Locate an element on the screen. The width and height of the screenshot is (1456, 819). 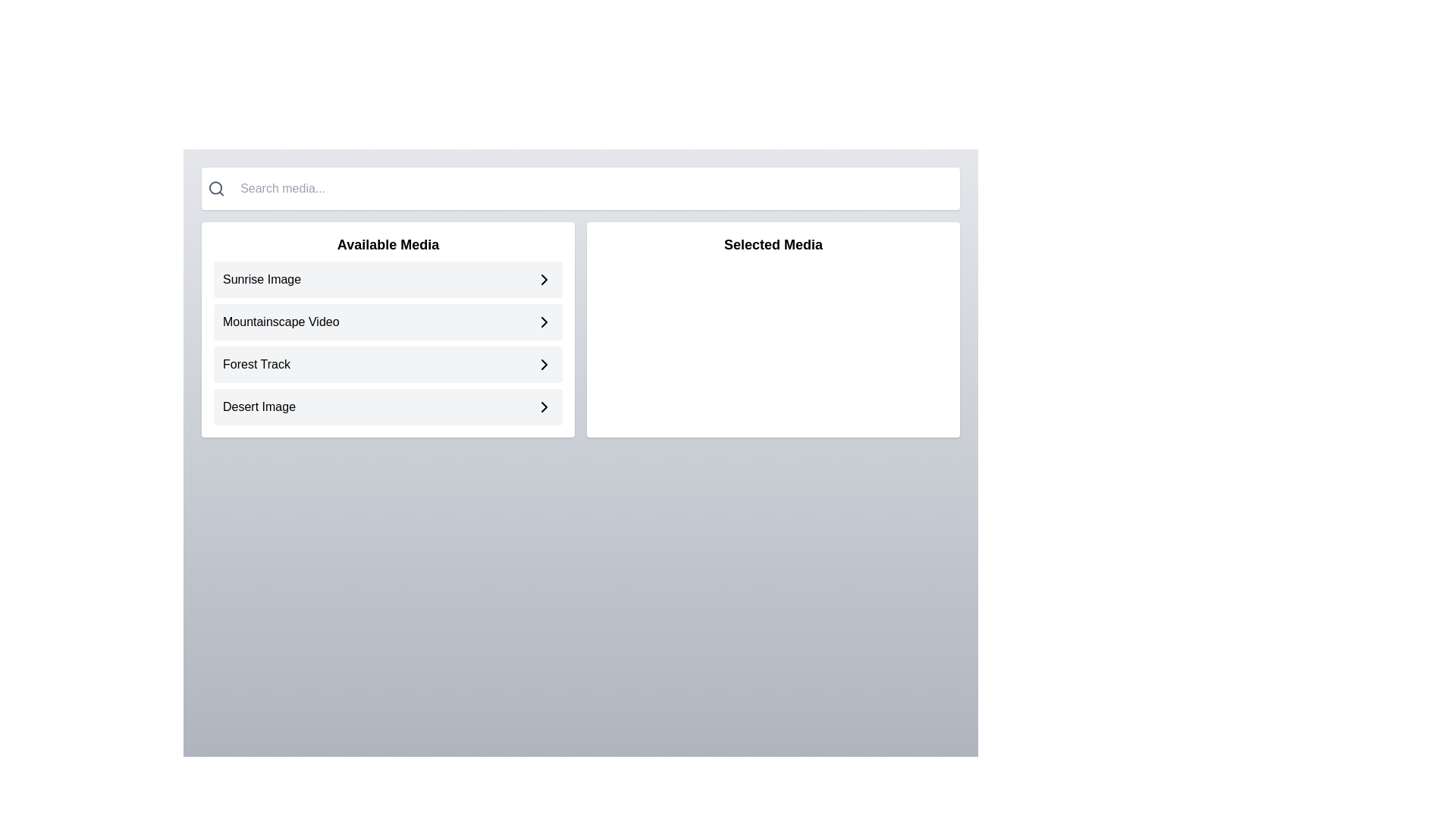
the last chevron icon in the vertical list aligned with the 'Desert Image' label is located at coordinates (544, 406).